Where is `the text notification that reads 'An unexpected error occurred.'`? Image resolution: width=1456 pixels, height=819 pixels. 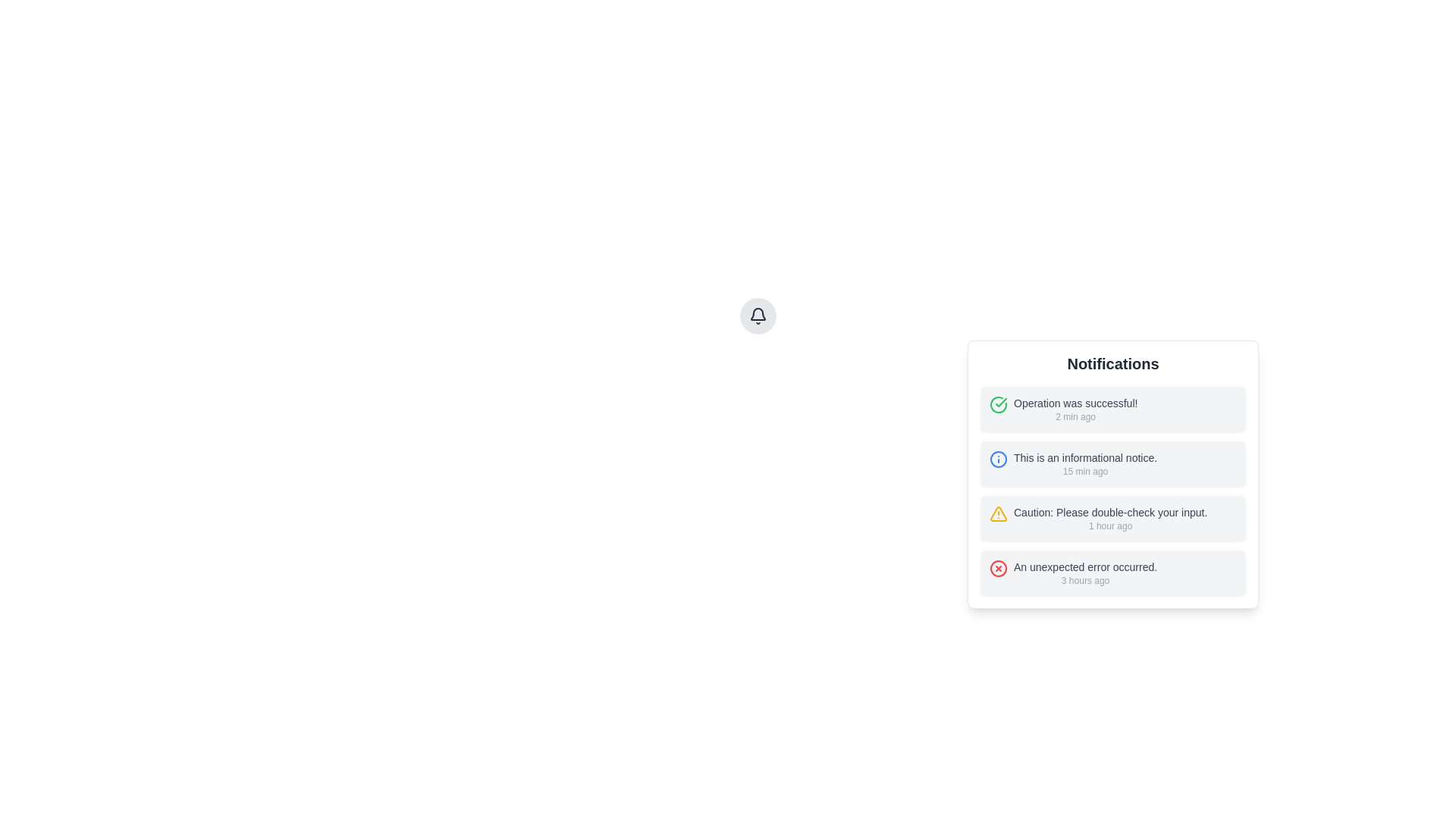 the text notification that reads 'An unexpected error occurred.' is located at coordinates (1084, 573).